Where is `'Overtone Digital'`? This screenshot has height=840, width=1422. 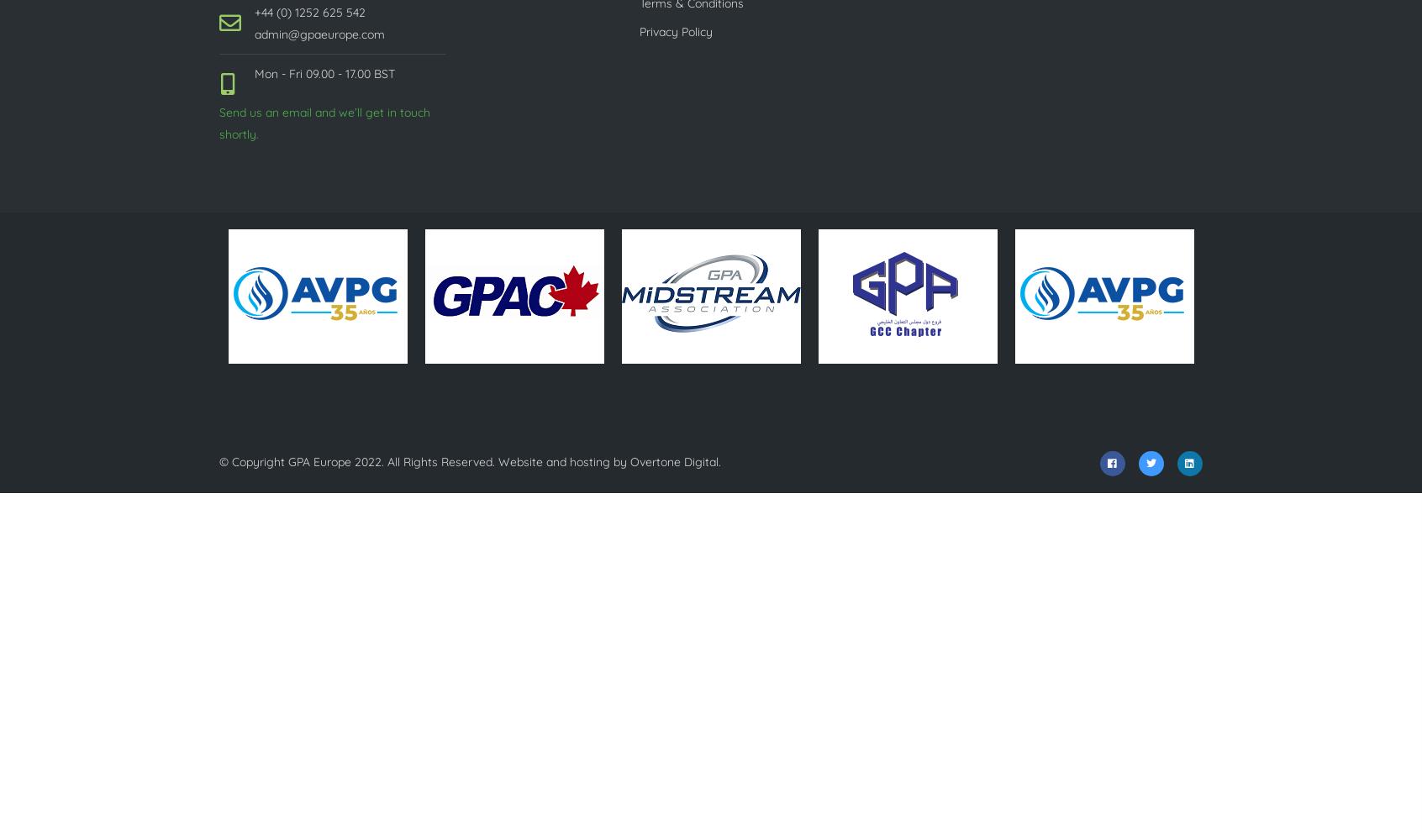 'Overtone Digital' is located at coordinates (674, 461).